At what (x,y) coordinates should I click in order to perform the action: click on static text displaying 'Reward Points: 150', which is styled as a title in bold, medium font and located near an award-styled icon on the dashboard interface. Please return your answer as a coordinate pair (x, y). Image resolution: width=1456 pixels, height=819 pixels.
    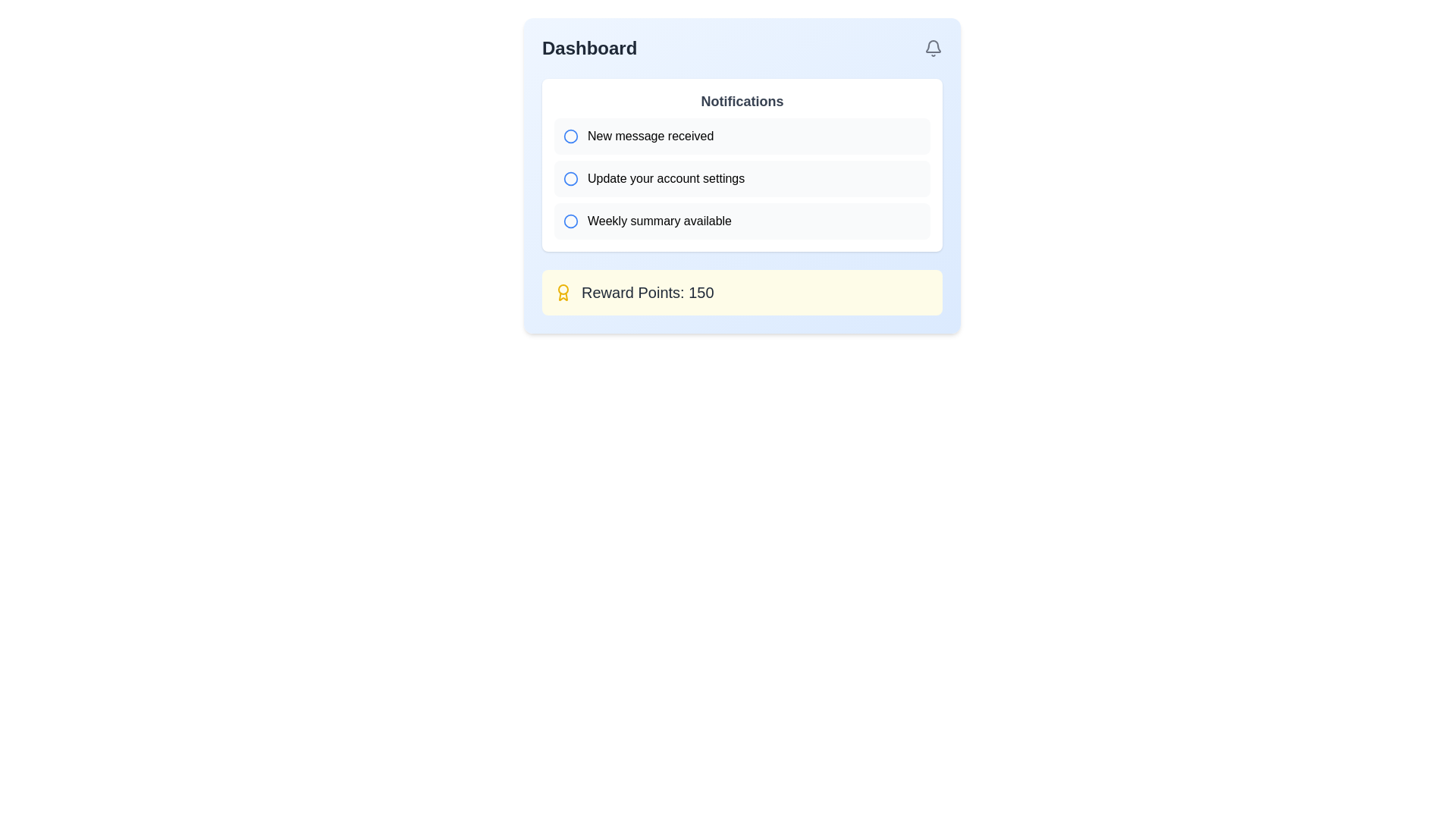
    Looking at the image, I should click on (648, 292).